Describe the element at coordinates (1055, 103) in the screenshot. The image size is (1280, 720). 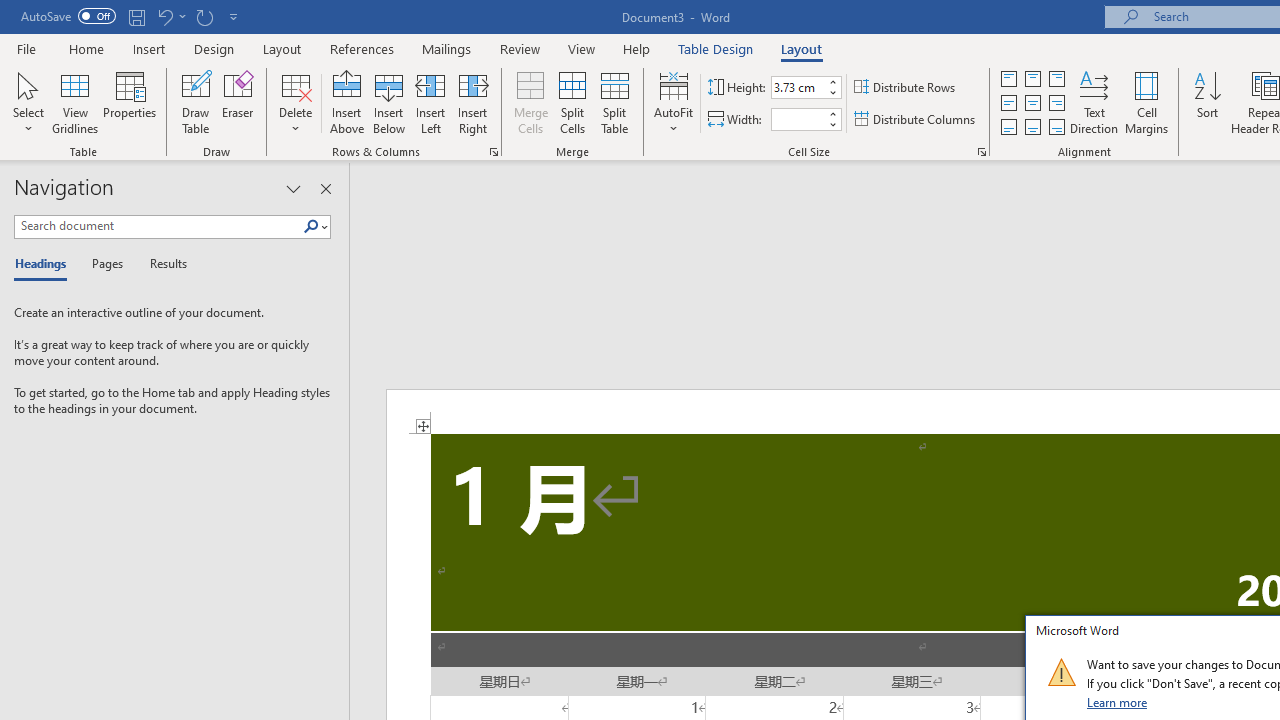
I see `'Align Center Right'` at that location.